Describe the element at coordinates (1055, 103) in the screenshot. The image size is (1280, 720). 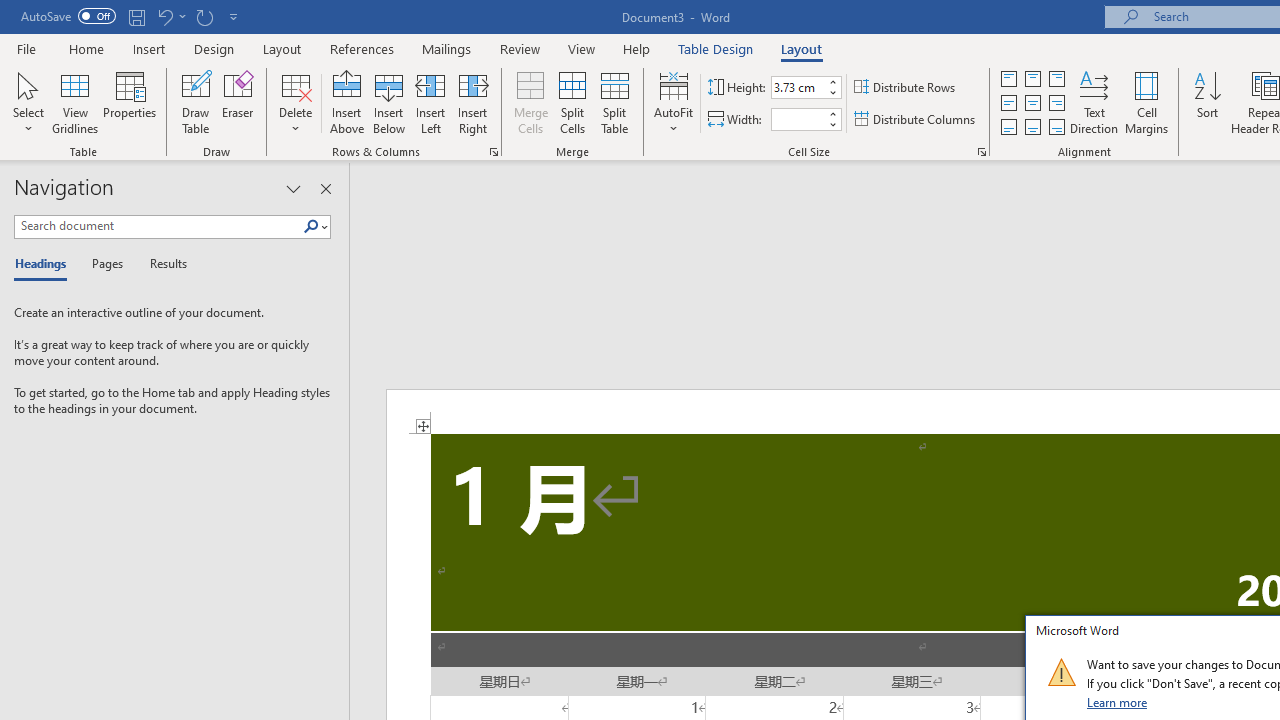
I see `'Align Center Right'` at that location.